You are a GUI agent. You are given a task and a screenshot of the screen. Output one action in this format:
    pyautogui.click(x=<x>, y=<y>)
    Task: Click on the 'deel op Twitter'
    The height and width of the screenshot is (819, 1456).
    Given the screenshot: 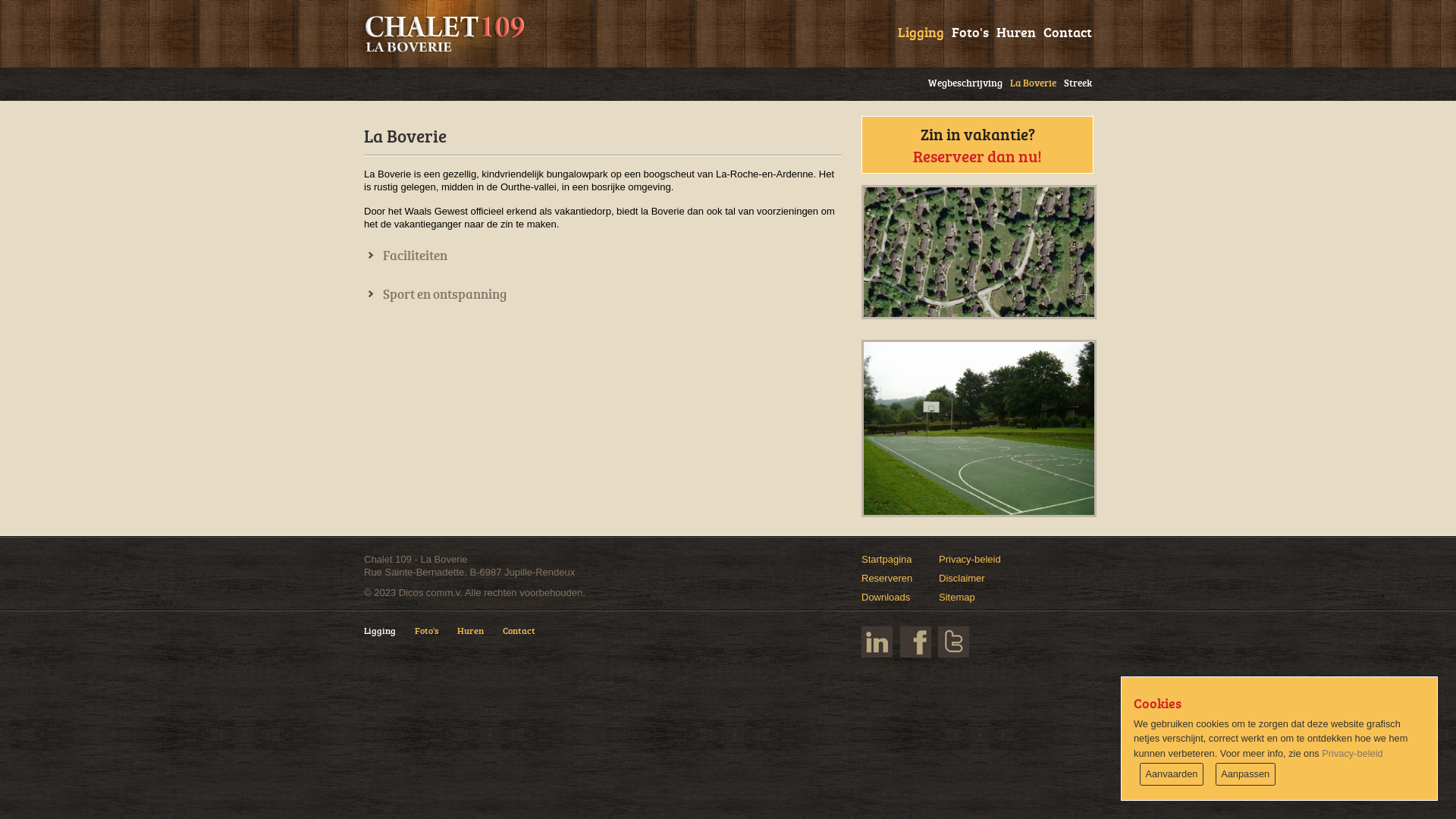 What is the action you would take?
    pyautogui.click(x=952, y=642)
    